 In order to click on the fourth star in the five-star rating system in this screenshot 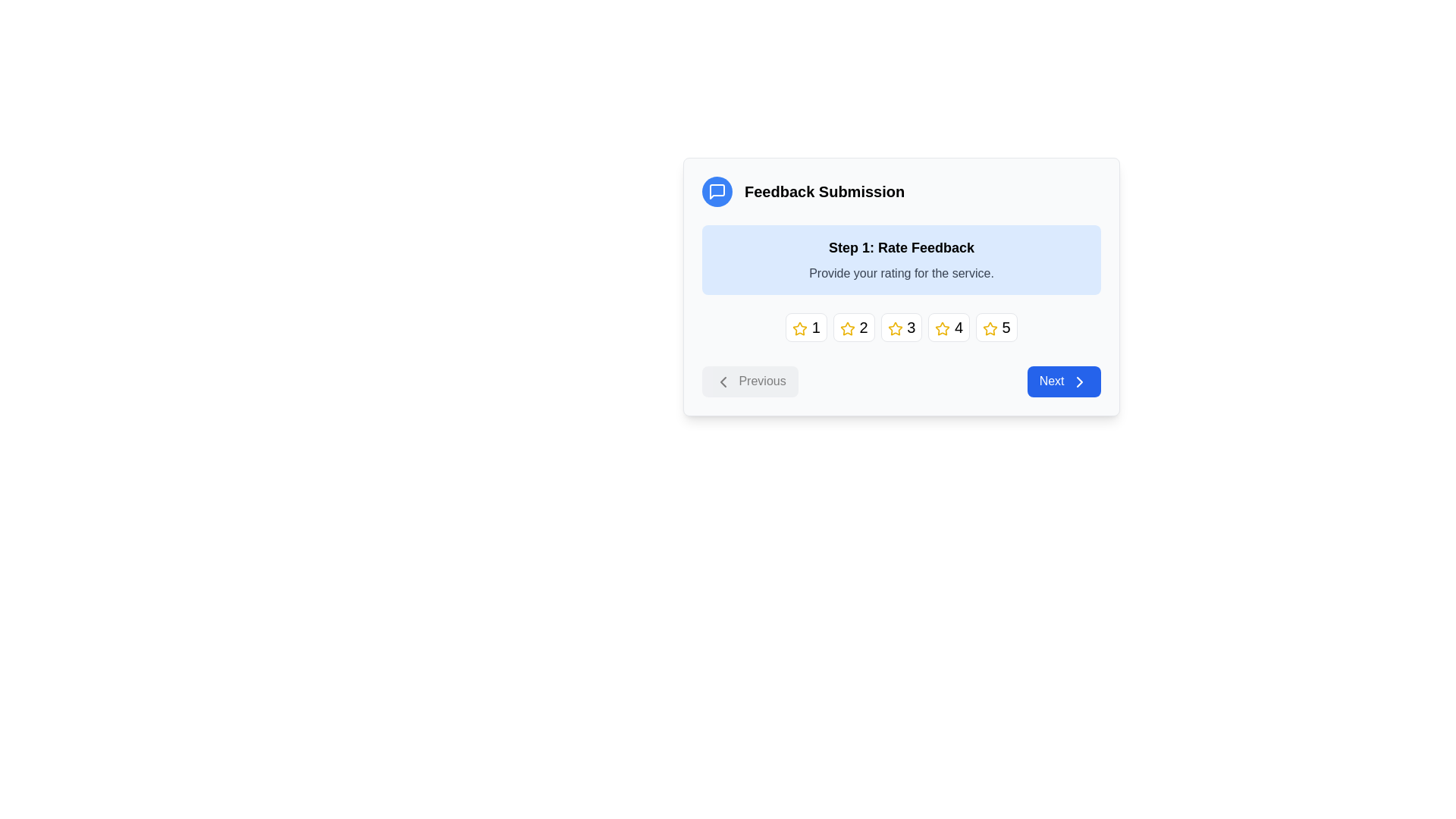, I will do `click(942, 328)`.